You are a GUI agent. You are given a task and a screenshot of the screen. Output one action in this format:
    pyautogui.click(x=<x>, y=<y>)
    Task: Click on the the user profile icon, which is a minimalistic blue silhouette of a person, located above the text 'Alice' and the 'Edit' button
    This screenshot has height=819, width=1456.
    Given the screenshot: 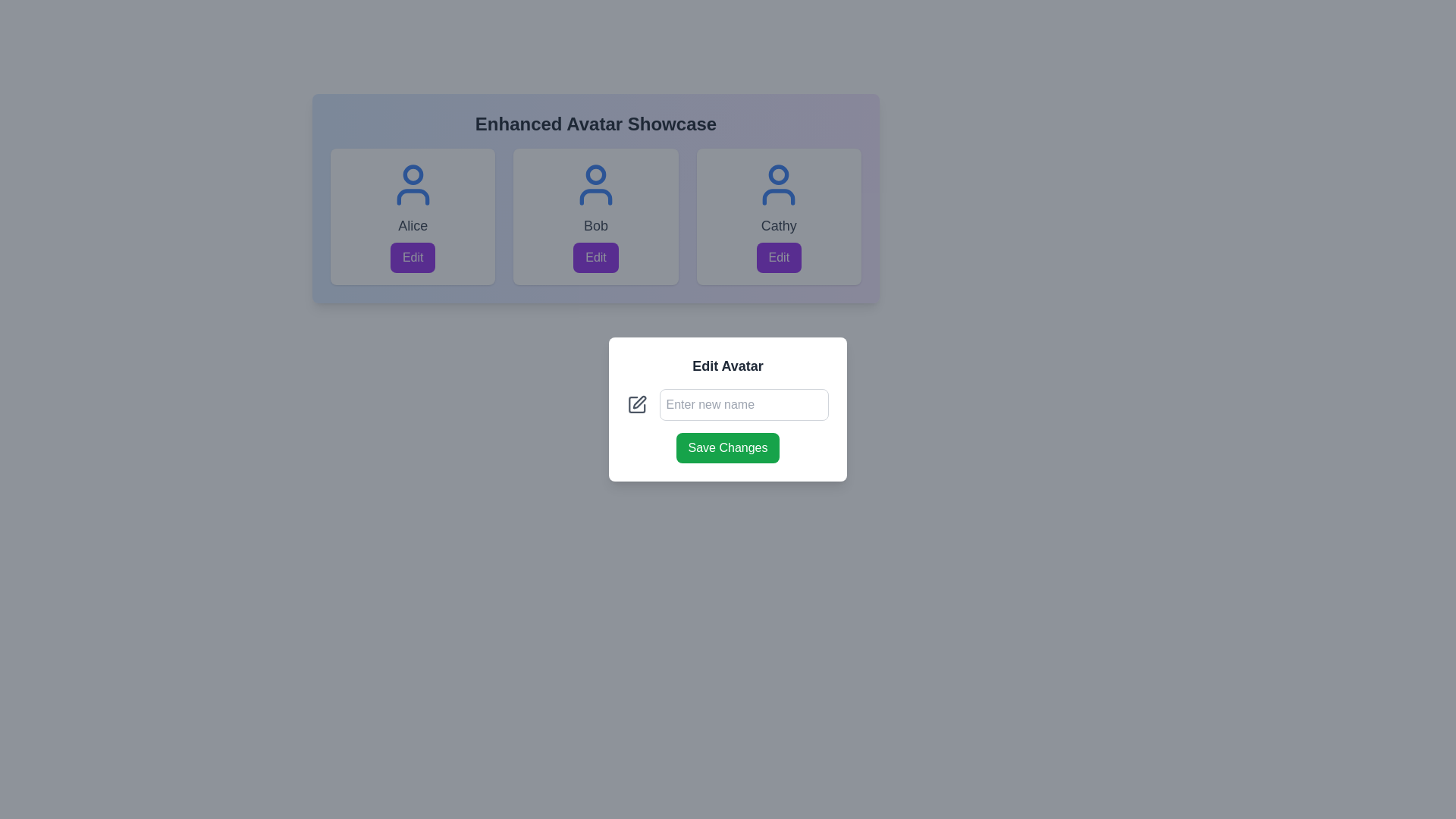 What is the action you would take?
    pyautogui.click(x=413, y=184)
    